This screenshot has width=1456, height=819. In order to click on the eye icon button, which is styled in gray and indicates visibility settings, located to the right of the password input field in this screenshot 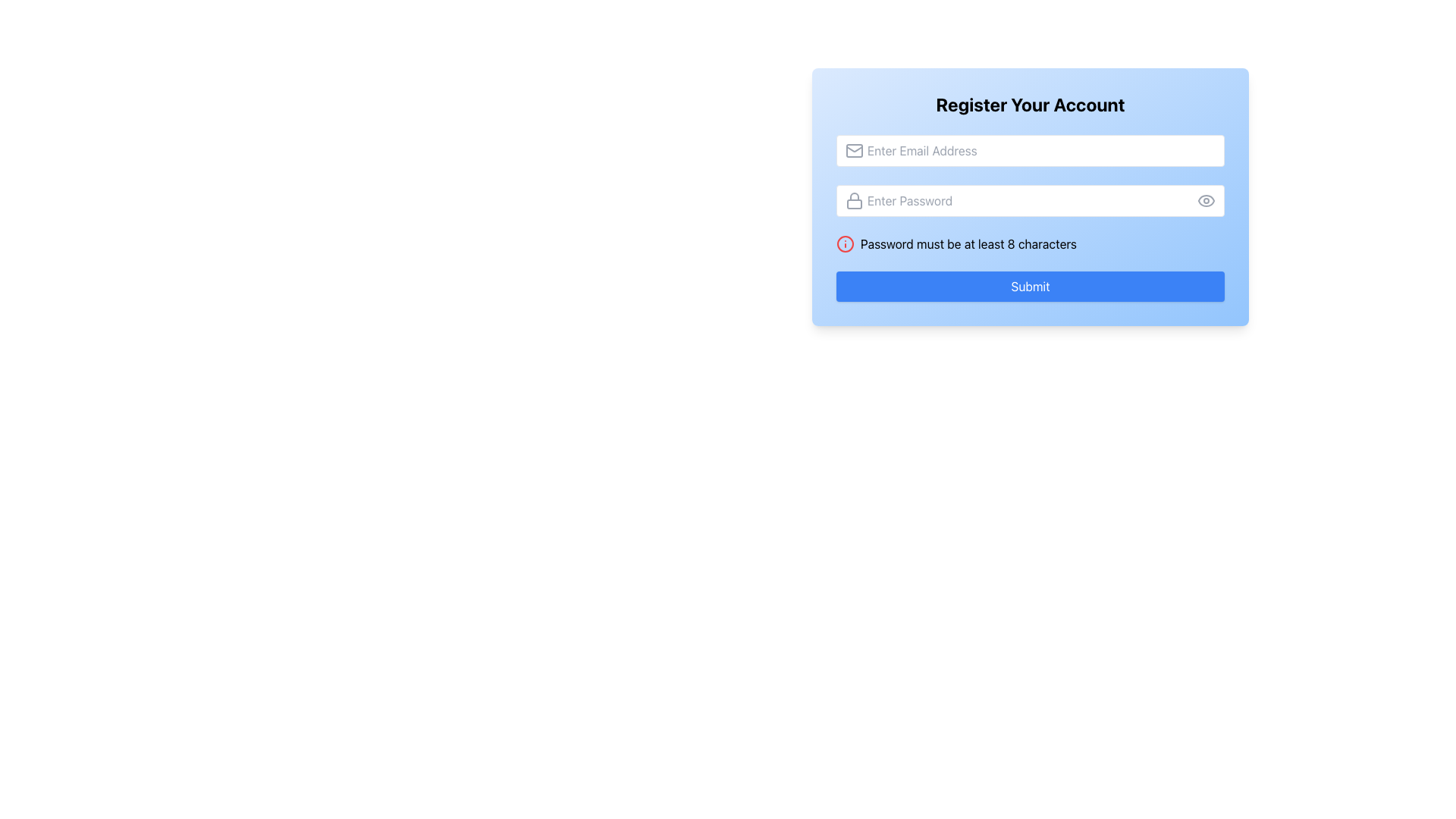, I will do `click(1205, 200)`.